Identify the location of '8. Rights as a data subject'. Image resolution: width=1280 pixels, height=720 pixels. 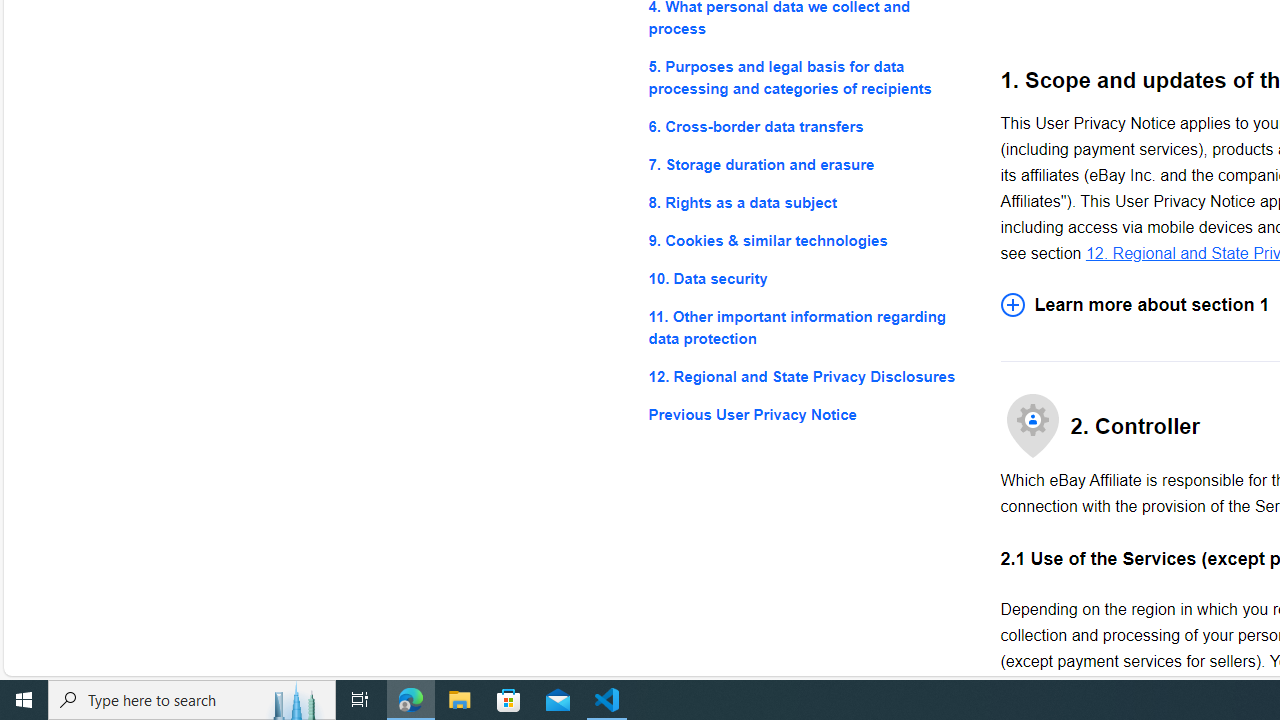
(808, 203).